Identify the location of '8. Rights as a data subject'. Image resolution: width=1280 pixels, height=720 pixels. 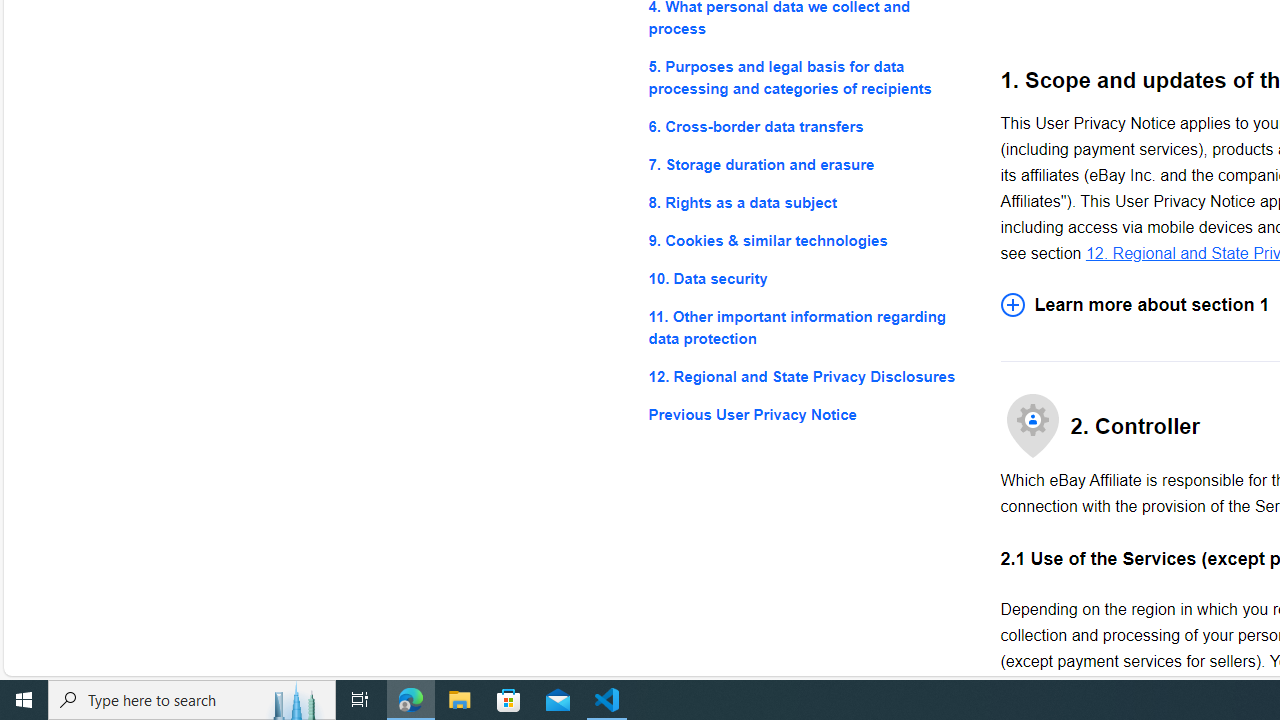
(808, 203).